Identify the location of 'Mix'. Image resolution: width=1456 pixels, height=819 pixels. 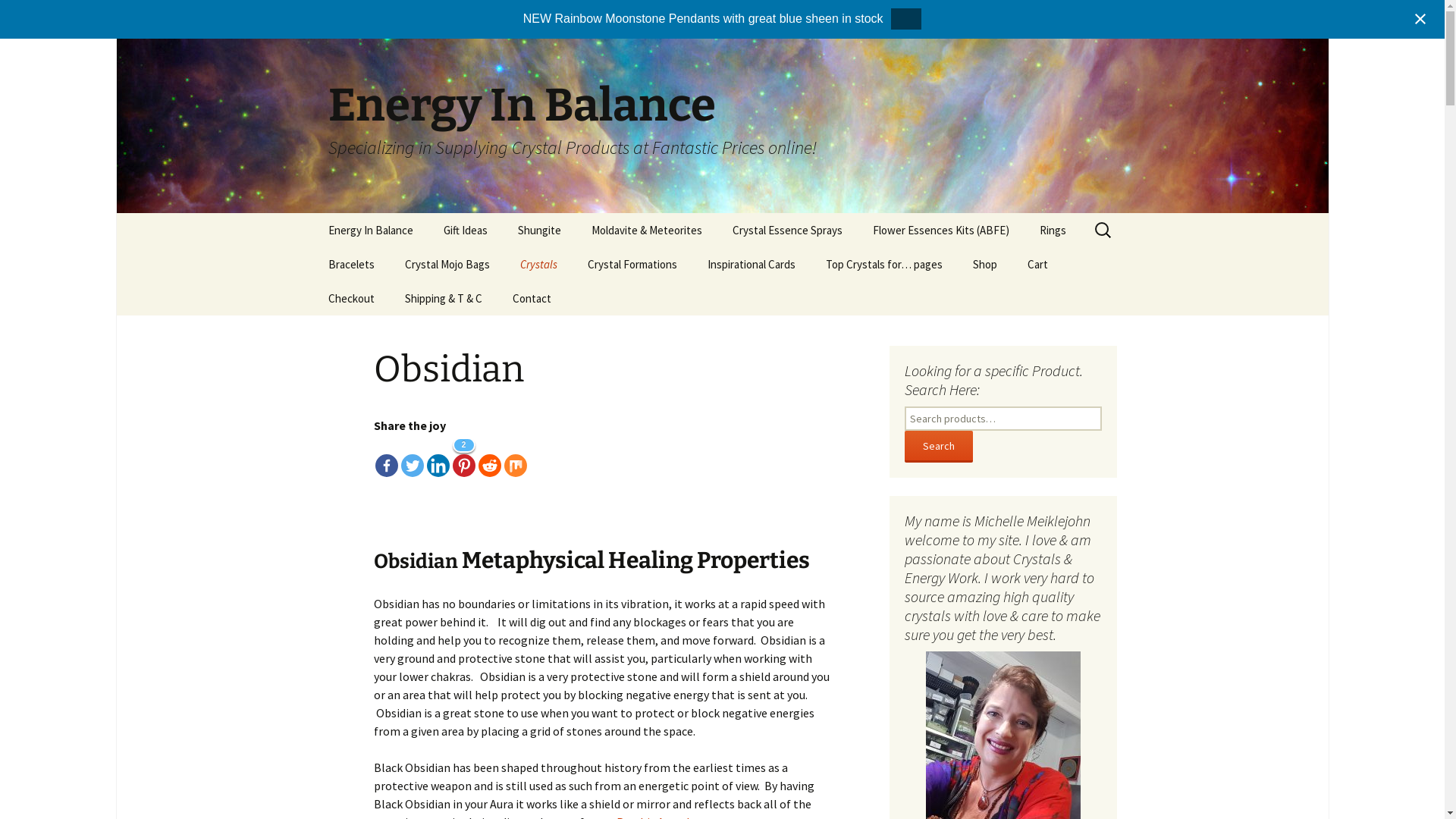
(503, 455).